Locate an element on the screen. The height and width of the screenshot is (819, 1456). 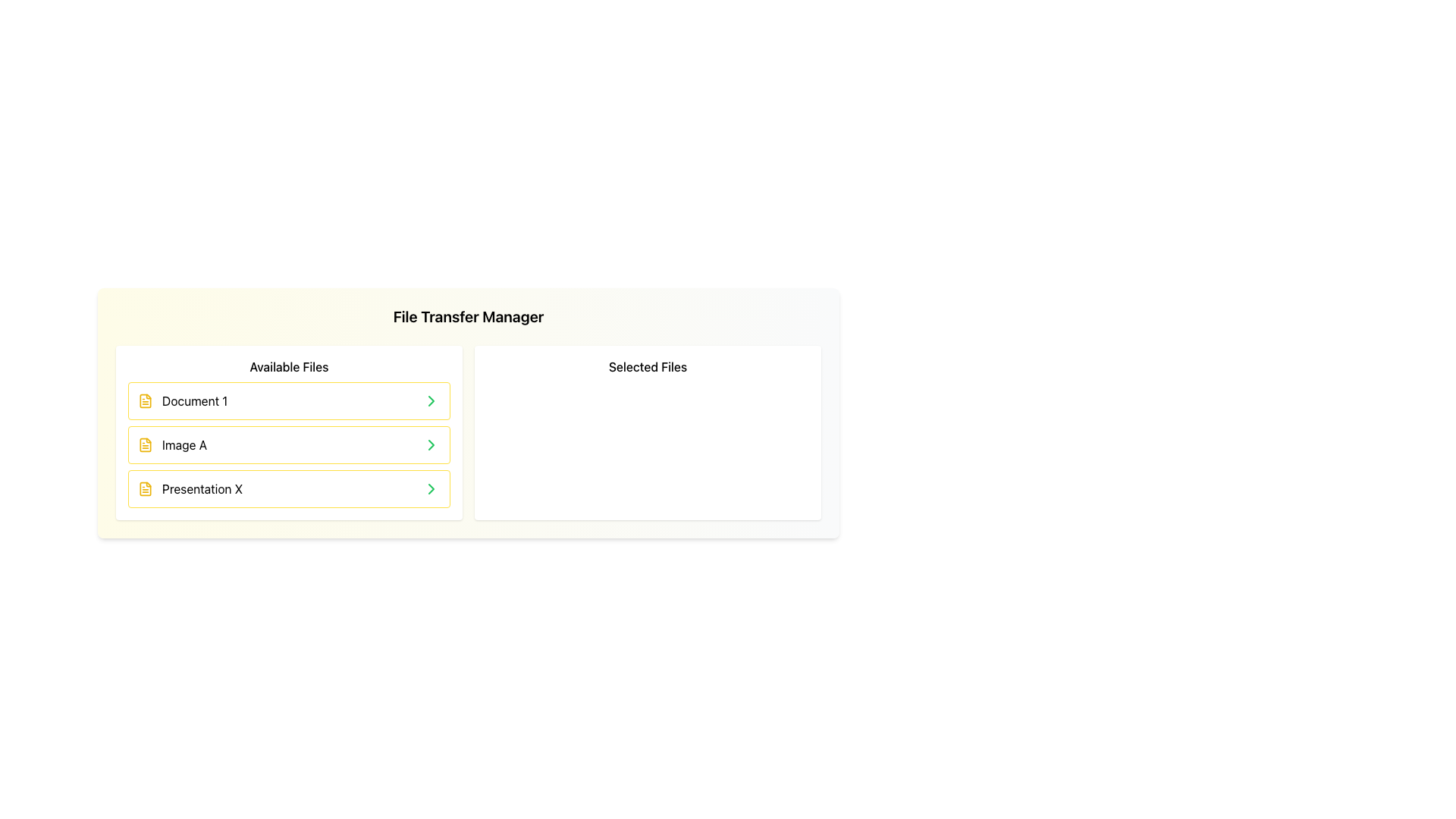
the document file icon representing 'Document 1', which is the first icon in the list of 'Available Files', positioned to the left of the text label is located at coordinates (146, 400).